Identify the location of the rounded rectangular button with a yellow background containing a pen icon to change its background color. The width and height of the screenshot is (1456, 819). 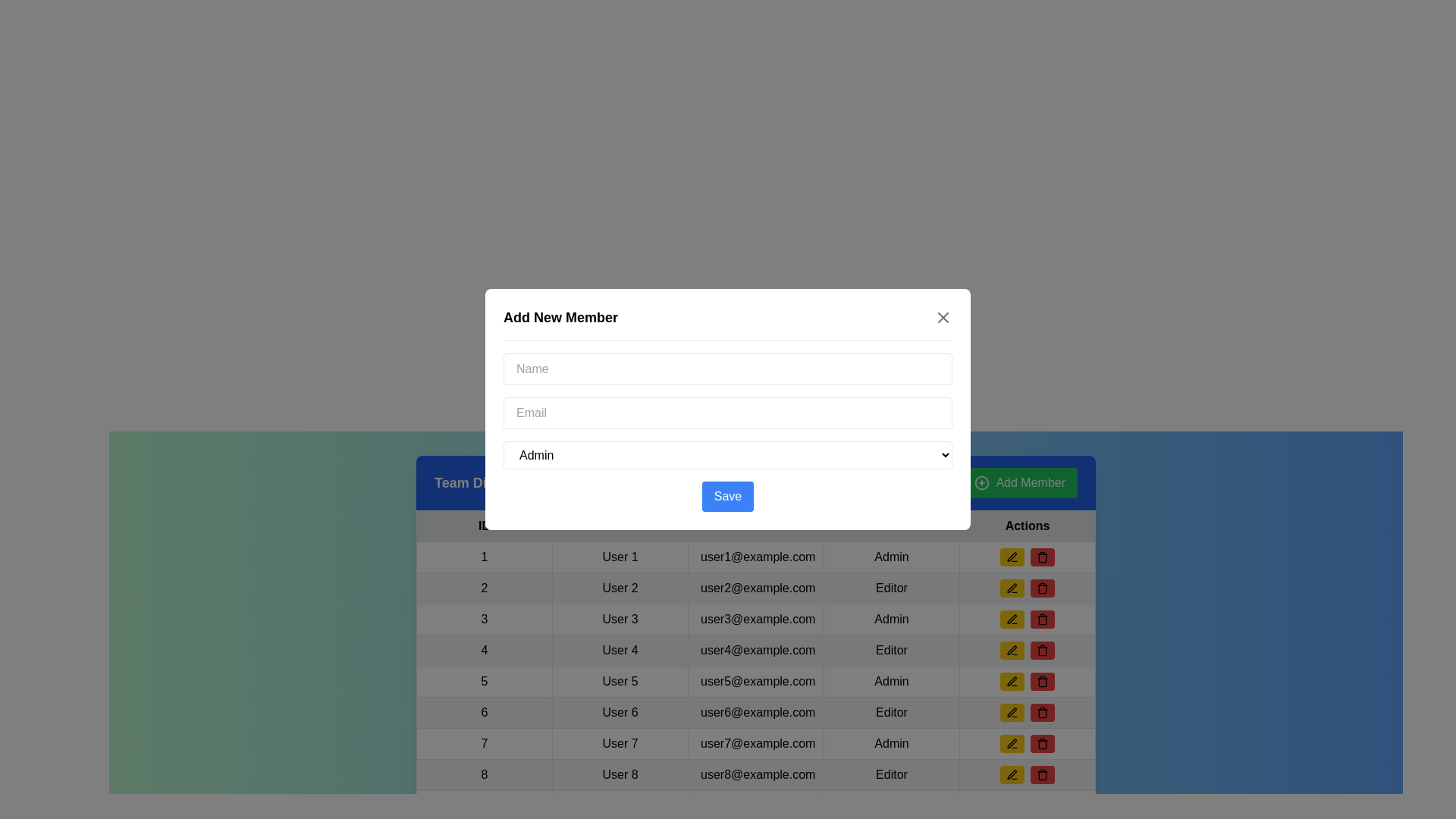
(1012, 620).